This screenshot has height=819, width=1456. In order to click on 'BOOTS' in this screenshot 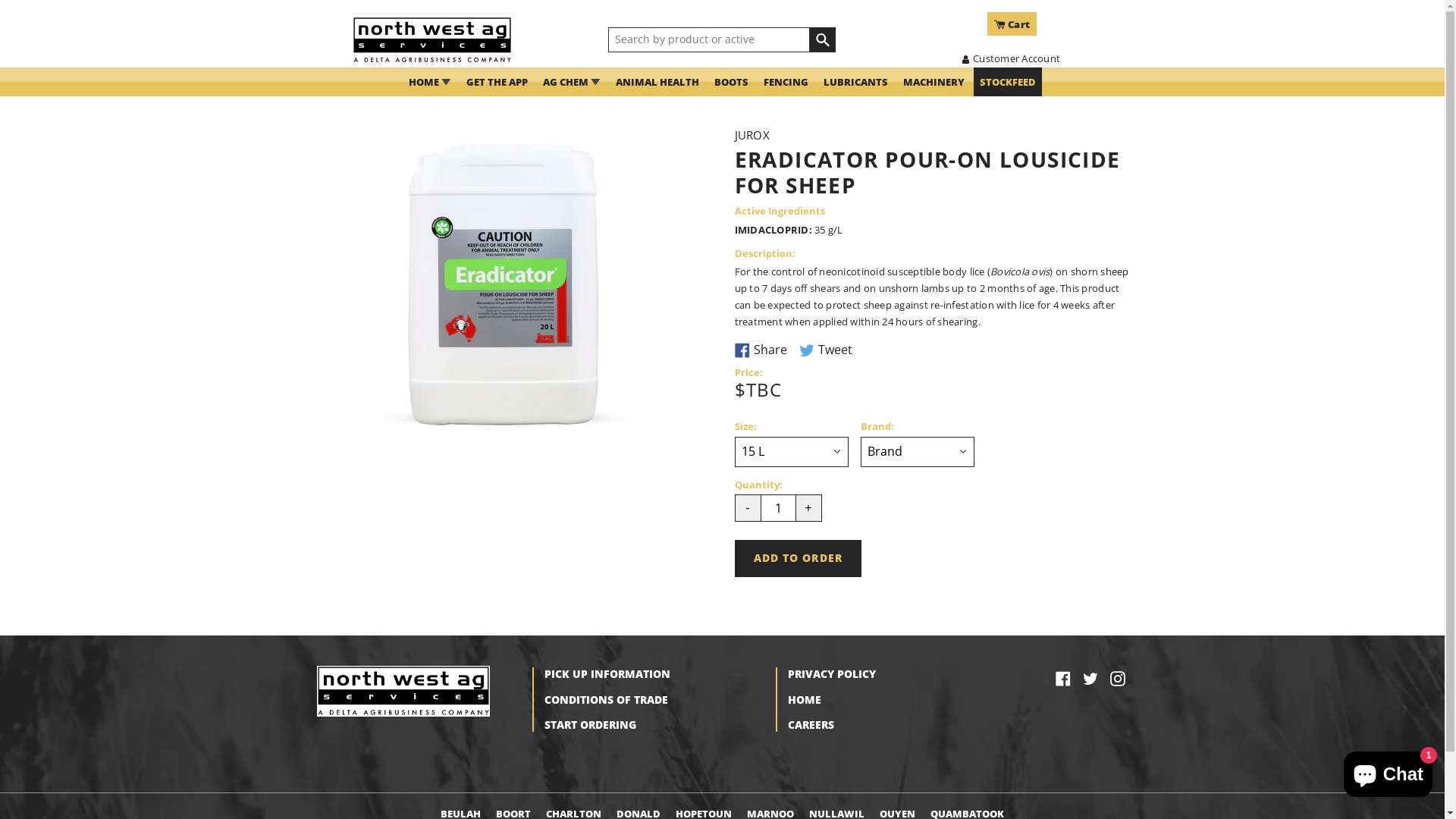, I will do `click(731, 82)`.